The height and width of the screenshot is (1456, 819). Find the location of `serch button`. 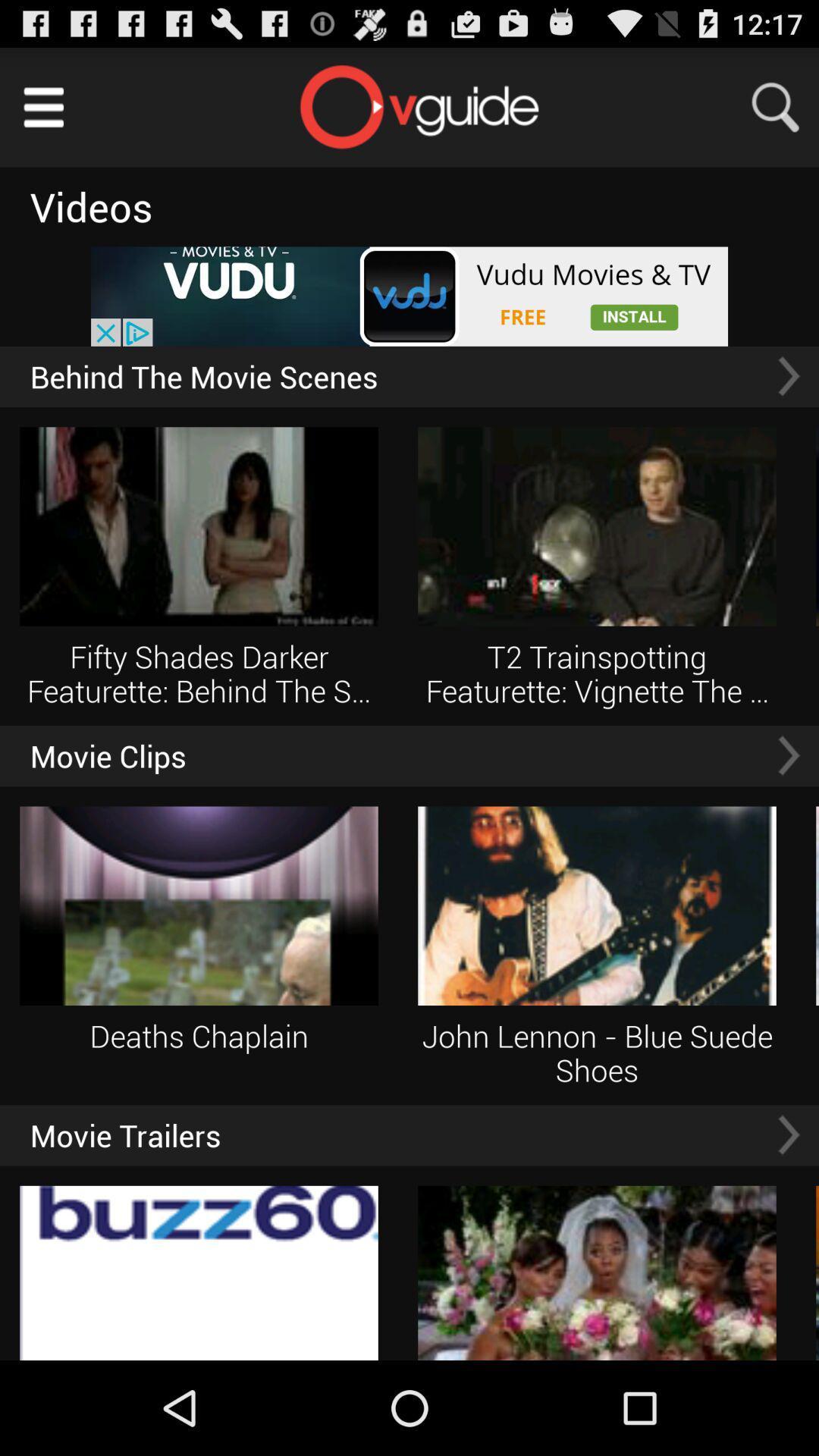

serch button is located at coordinates (785, 106).